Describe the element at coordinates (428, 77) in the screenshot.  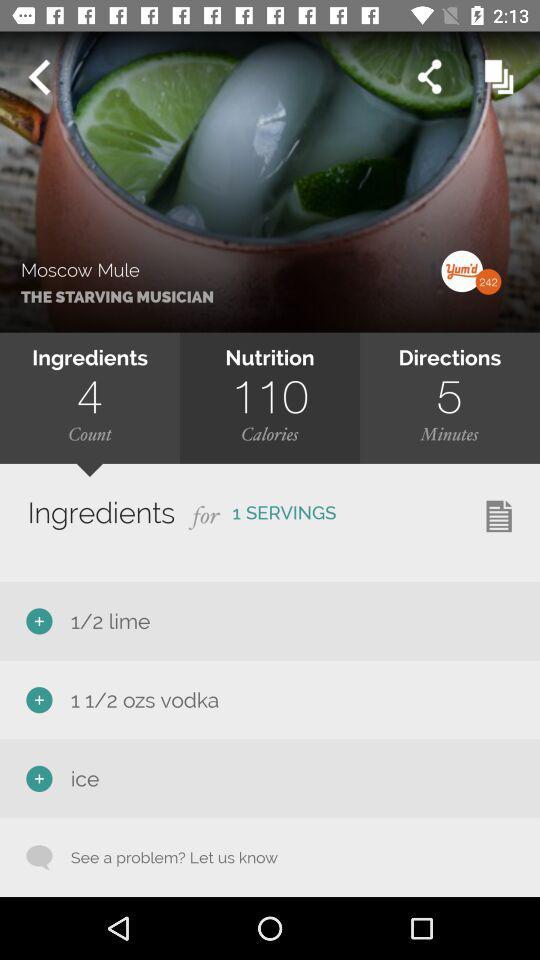
I see `activates the option to share the post` at that location.